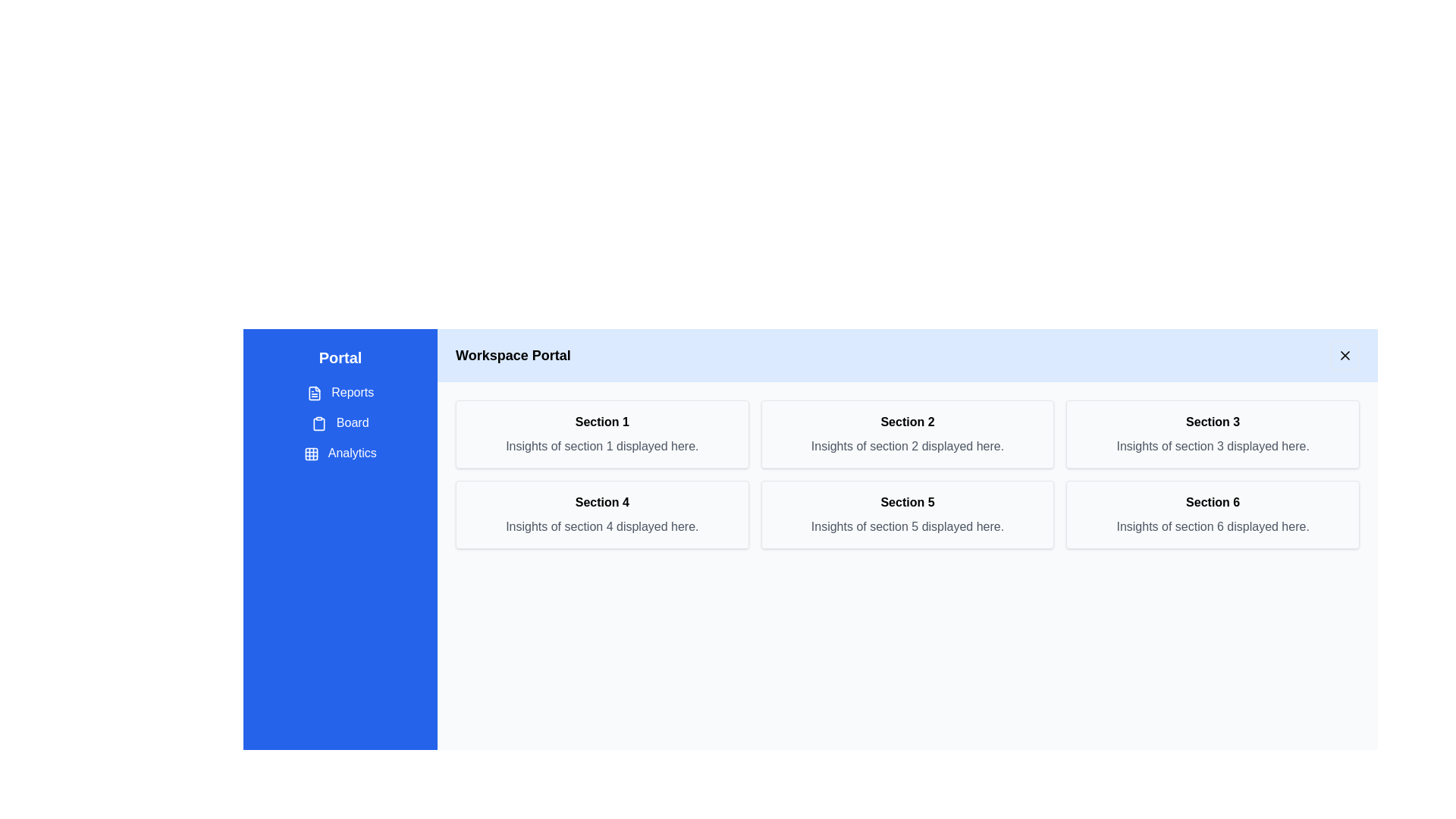 The height and width of the screenshot is (819, 1456). I want to click on the bold text label reading 'Workspace Portal' located in the blue header bar near the top-left corner of the interface, so click(513, 356).